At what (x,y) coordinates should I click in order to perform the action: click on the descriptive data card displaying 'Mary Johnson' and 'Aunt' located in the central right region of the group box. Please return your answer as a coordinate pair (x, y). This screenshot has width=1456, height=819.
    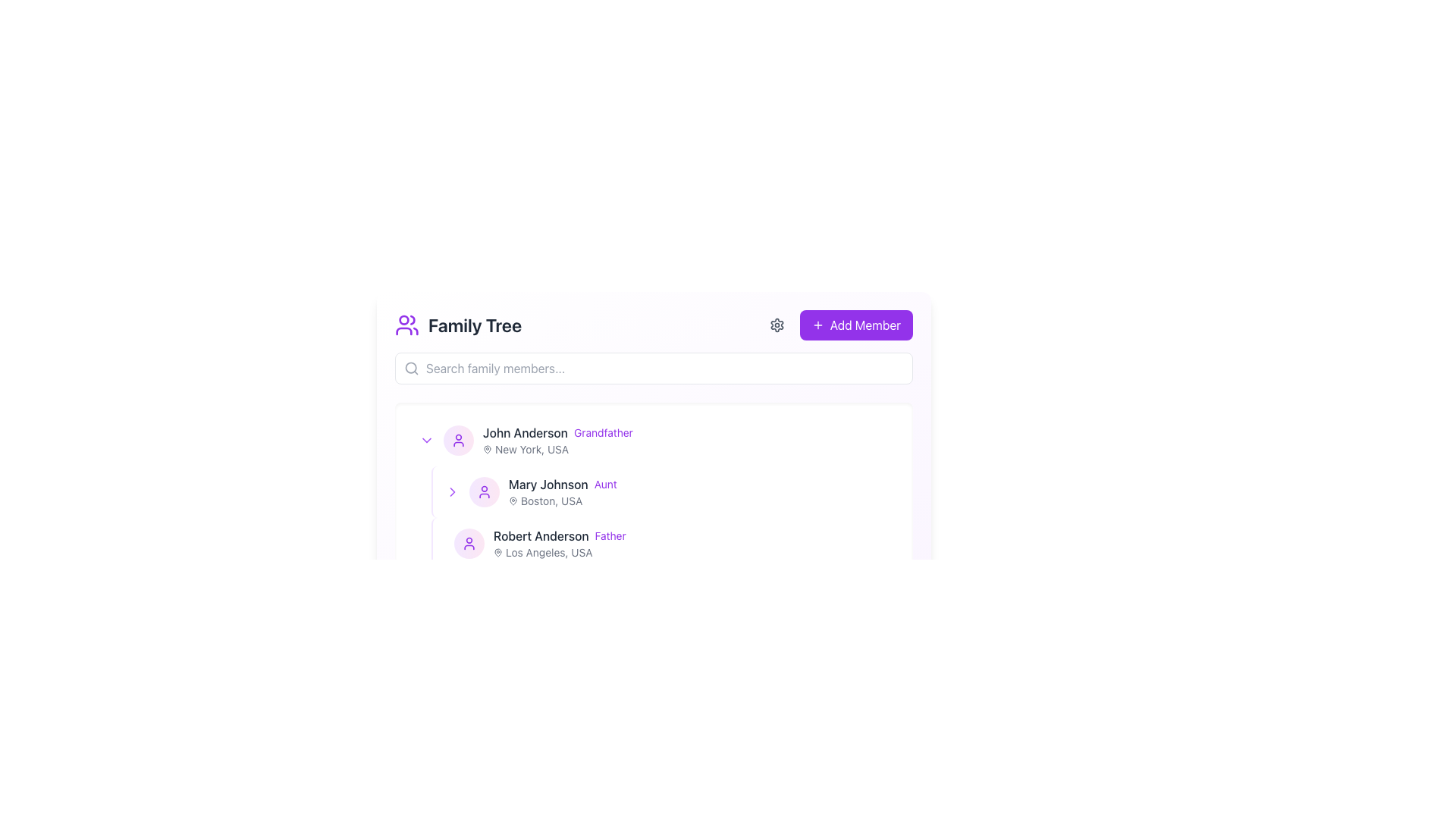
    Looking at the image, I should click on (699, 491).